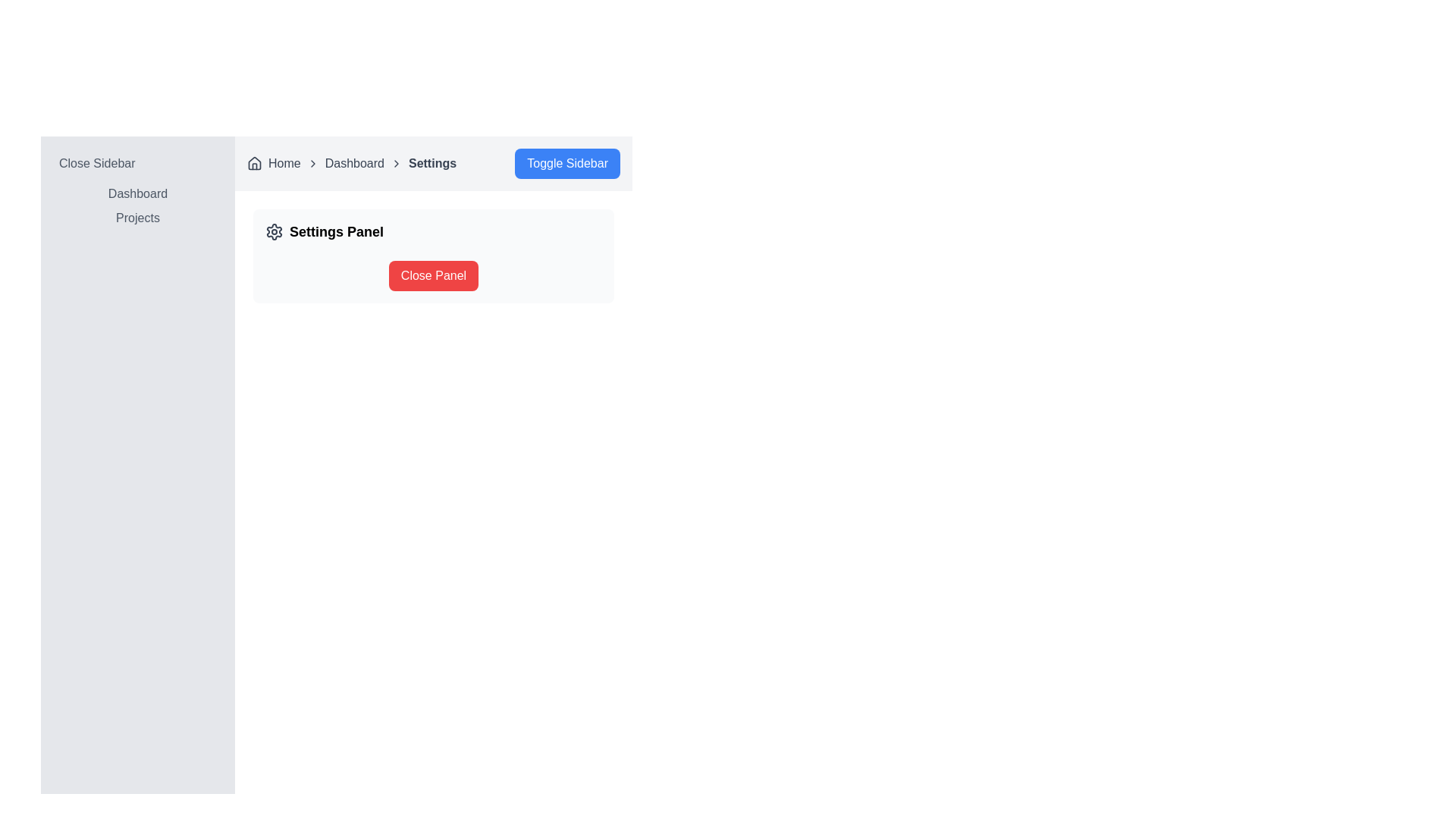  Describe the element at coordinates (566, 164) in the screenshot. I see `the 'Toggle Sidebar' button, which is a rounded rectangle with a blue background and white text, located in the top bar towards the right end of the interface` at that location.